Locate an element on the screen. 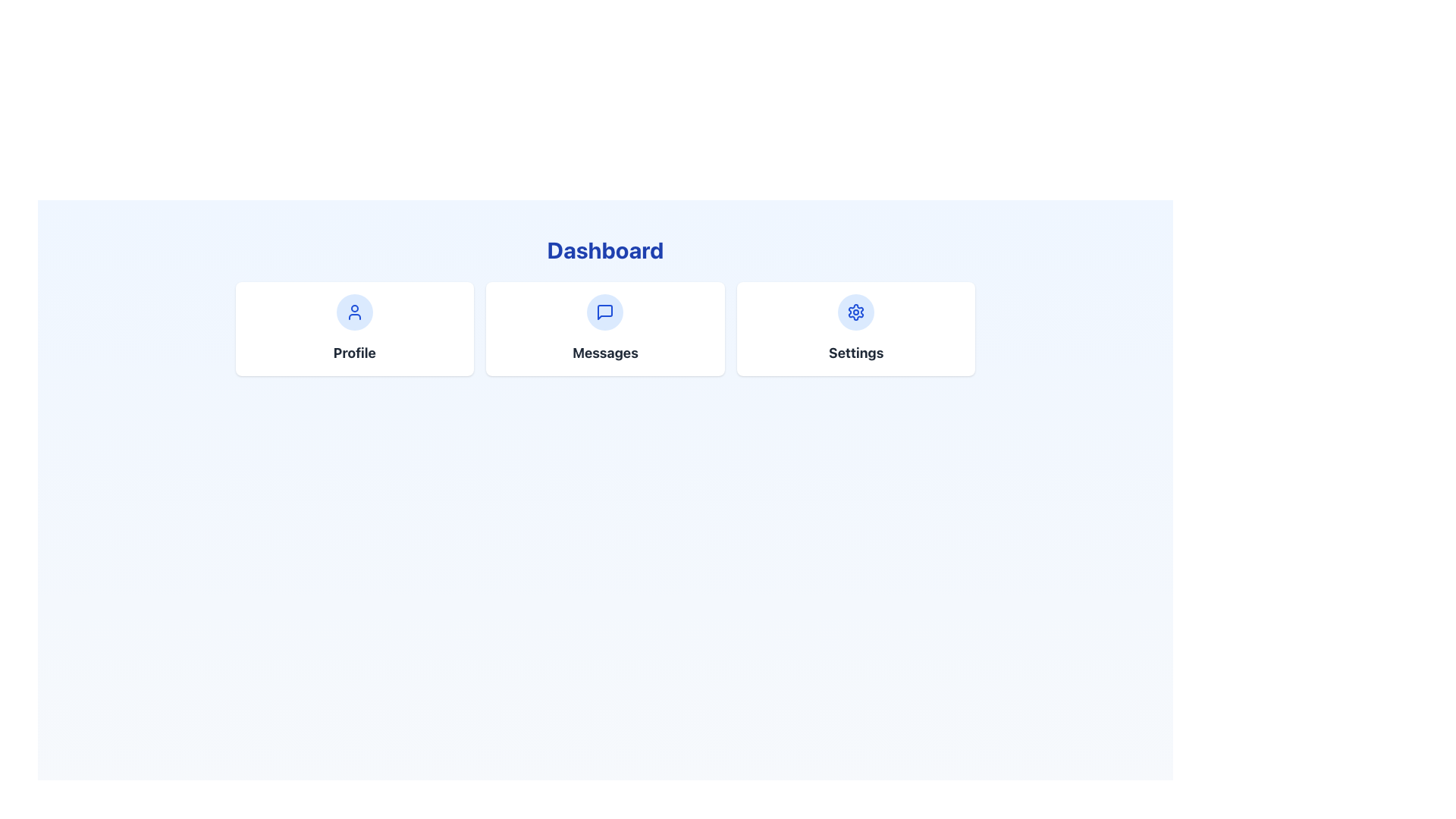  the gear icon representing settings, which is located in the 'Settings' card on the rightmost side of the interface is located at coordinates (856, 312).